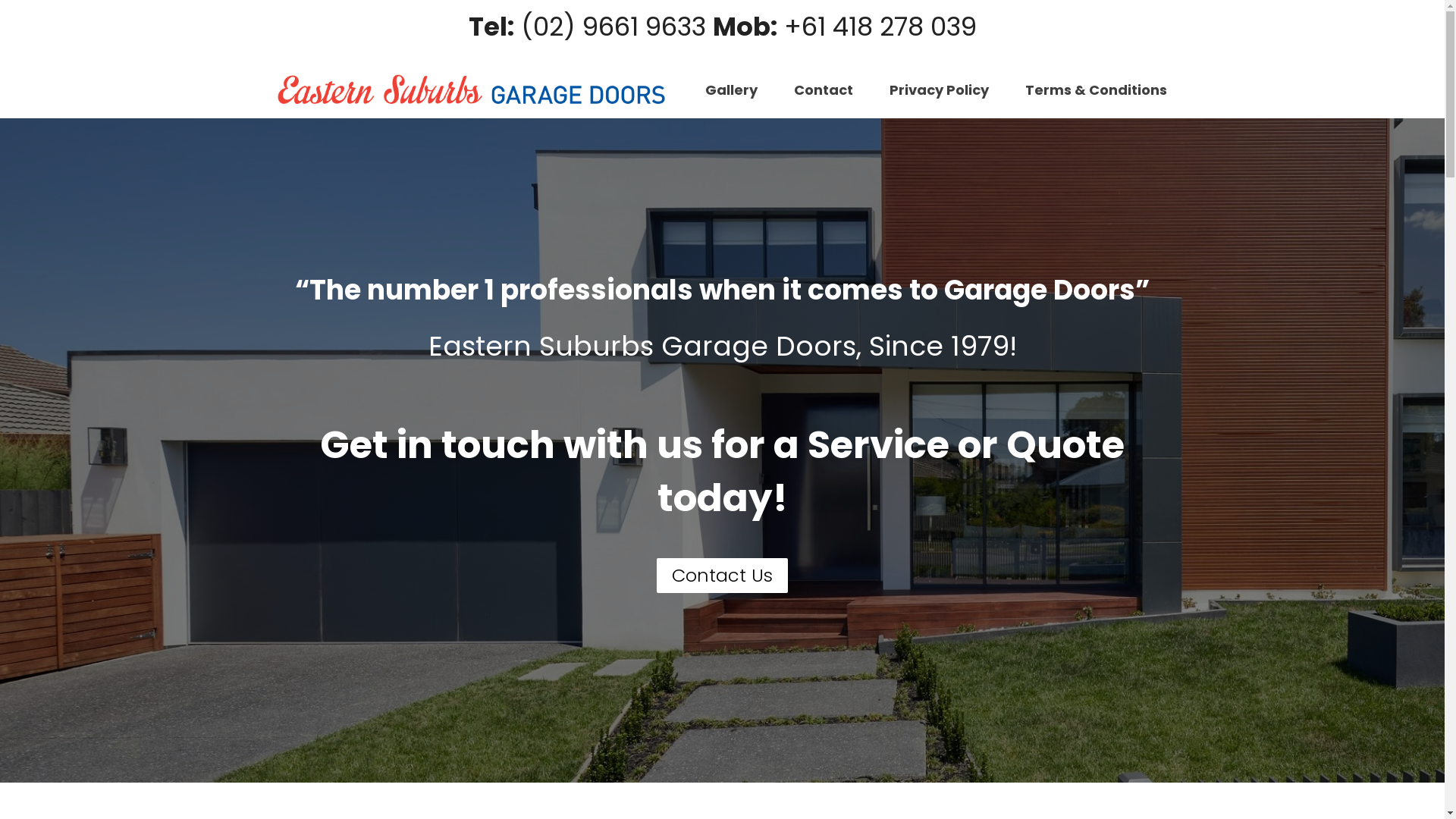  What do you see at coordinates (731, 89) in the screenshot?
I see `'Gallery'` at bounding box center [731, 89].